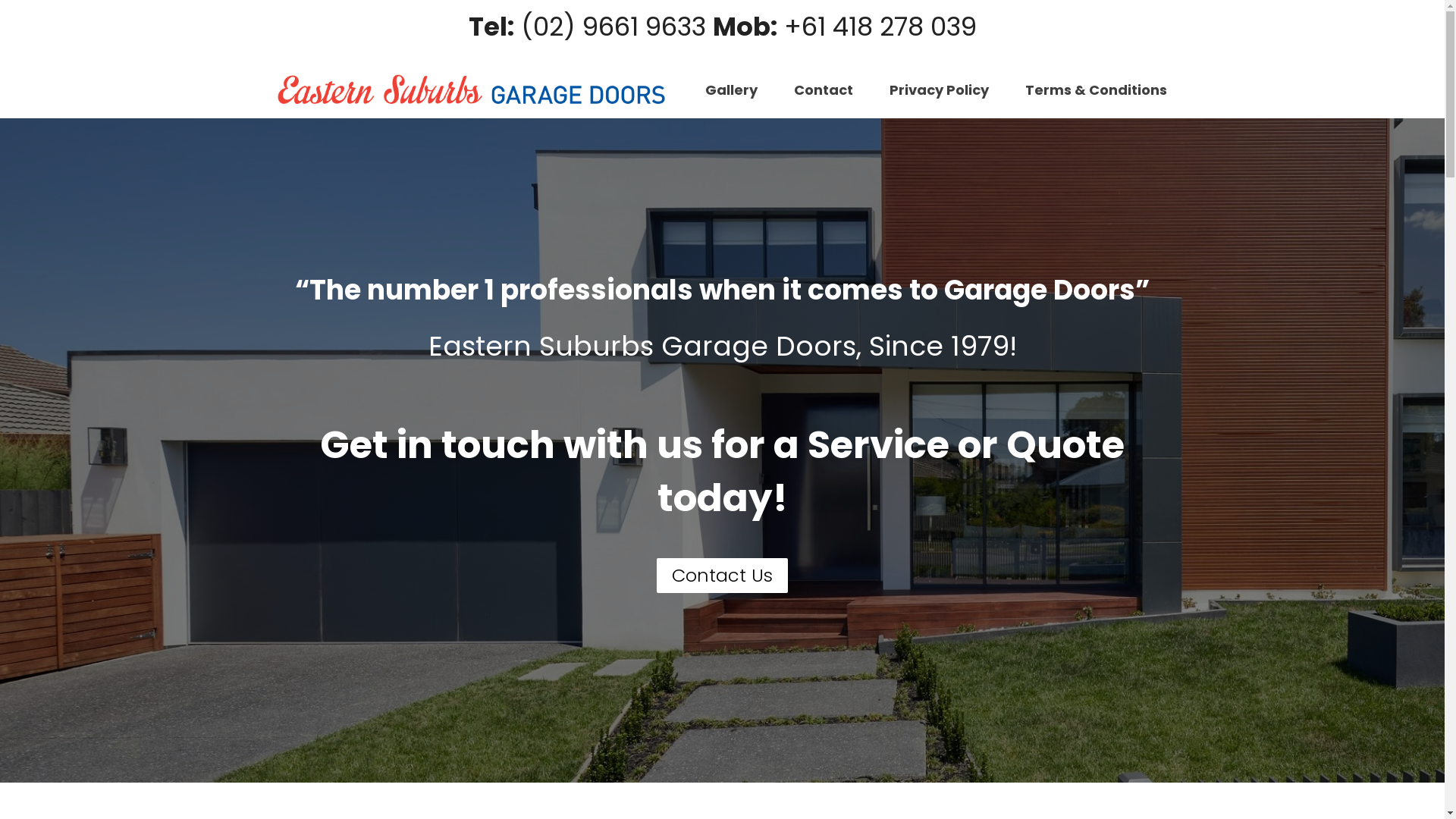  What do you see at coordinates (731, 89) in the screenshot?
I see `'Gallery'` at bounding box center [731, 89].